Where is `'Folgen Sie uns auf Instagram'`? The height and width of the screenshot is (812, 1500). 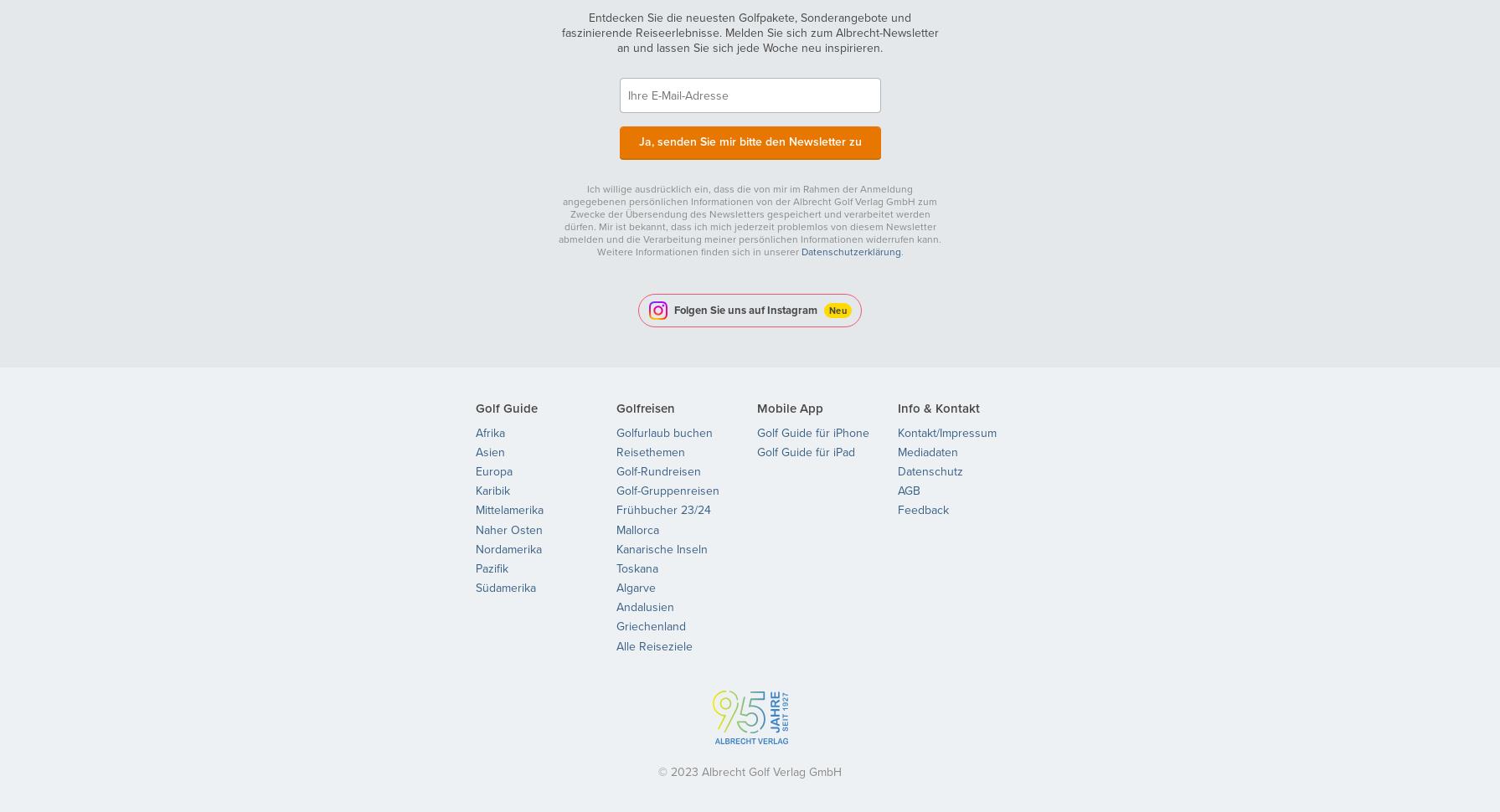
'Folgen Sie uns auf Instagram' is located at coordinates (745, 308).